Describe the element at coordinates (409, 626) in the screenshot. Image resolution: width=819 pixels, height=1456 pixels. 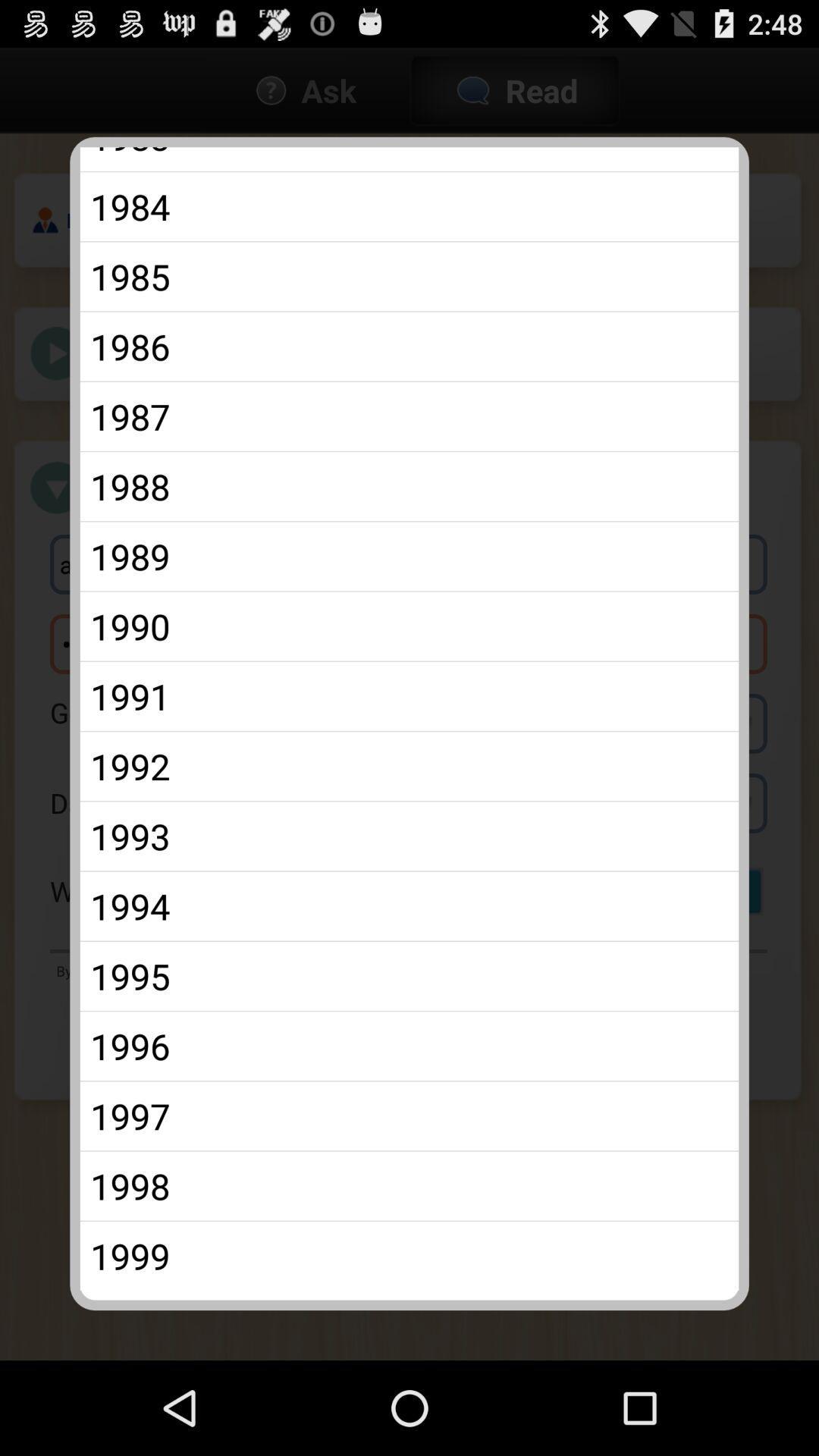
I see `the app above 1991 icon` at that location.